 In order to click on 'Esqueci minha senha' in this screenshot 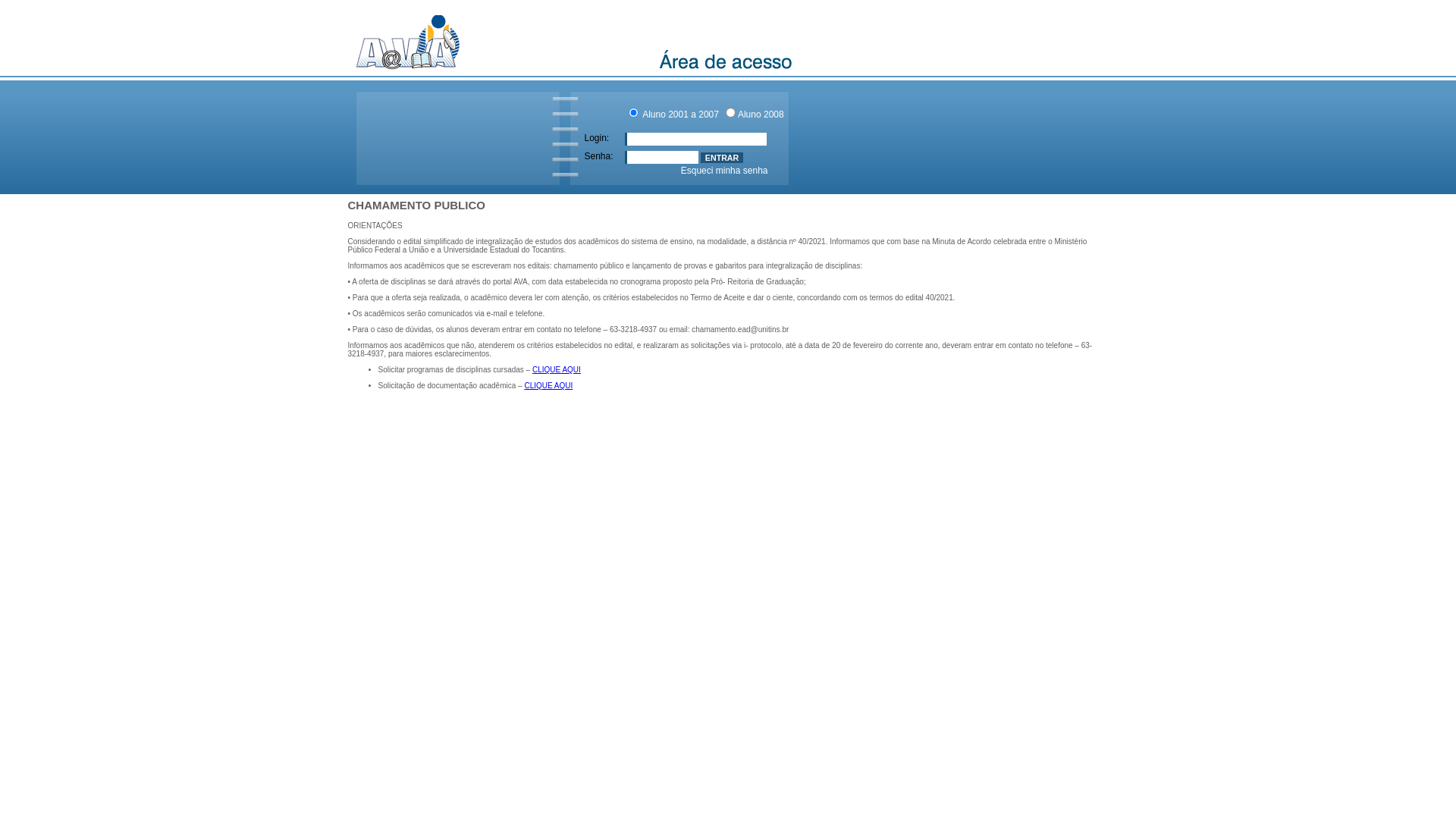, I will do `click(723, 170)`.